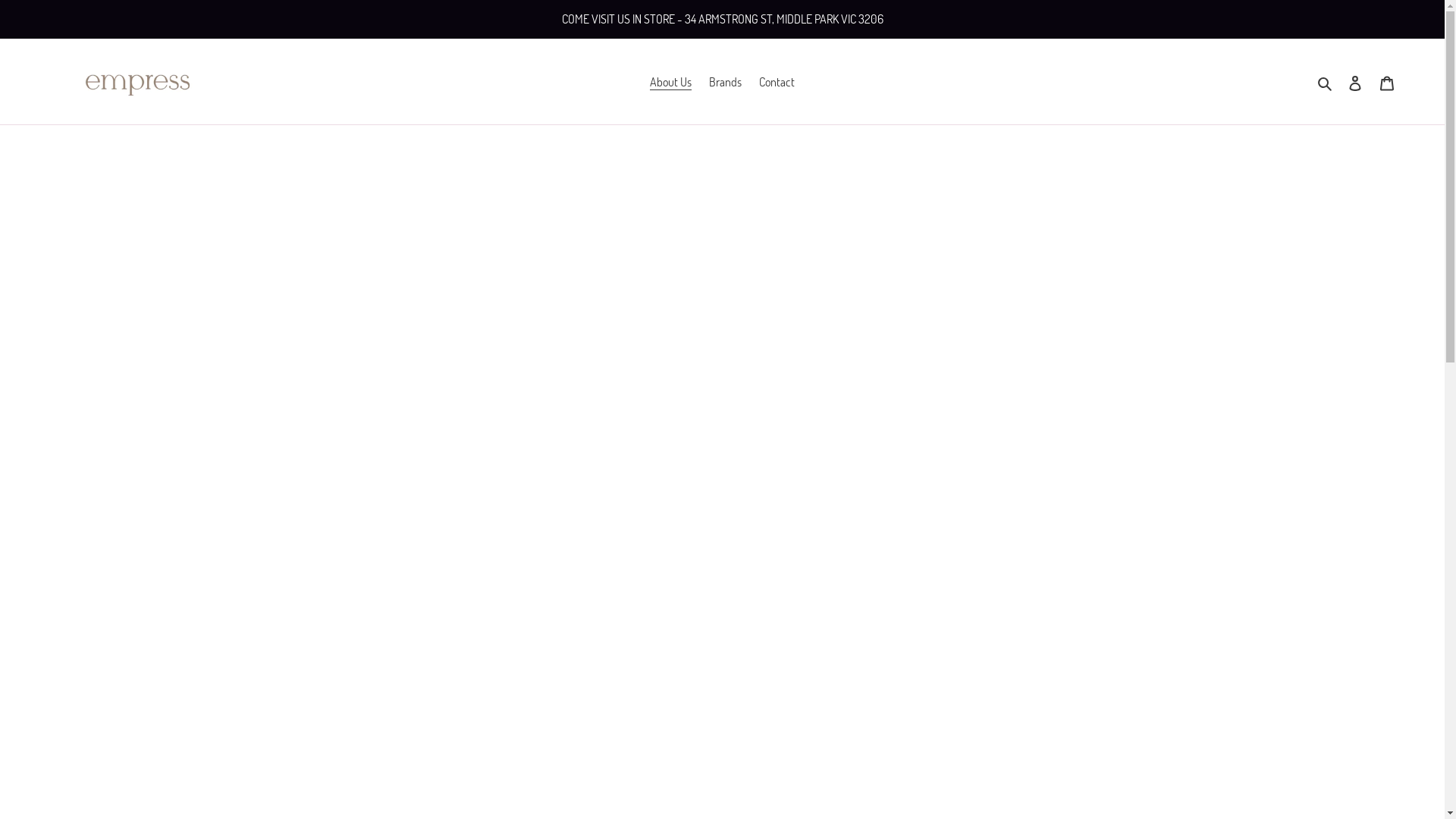 This screenshot has height=819, width=1456. I want to click on 'Cart', so click(1386, 82).